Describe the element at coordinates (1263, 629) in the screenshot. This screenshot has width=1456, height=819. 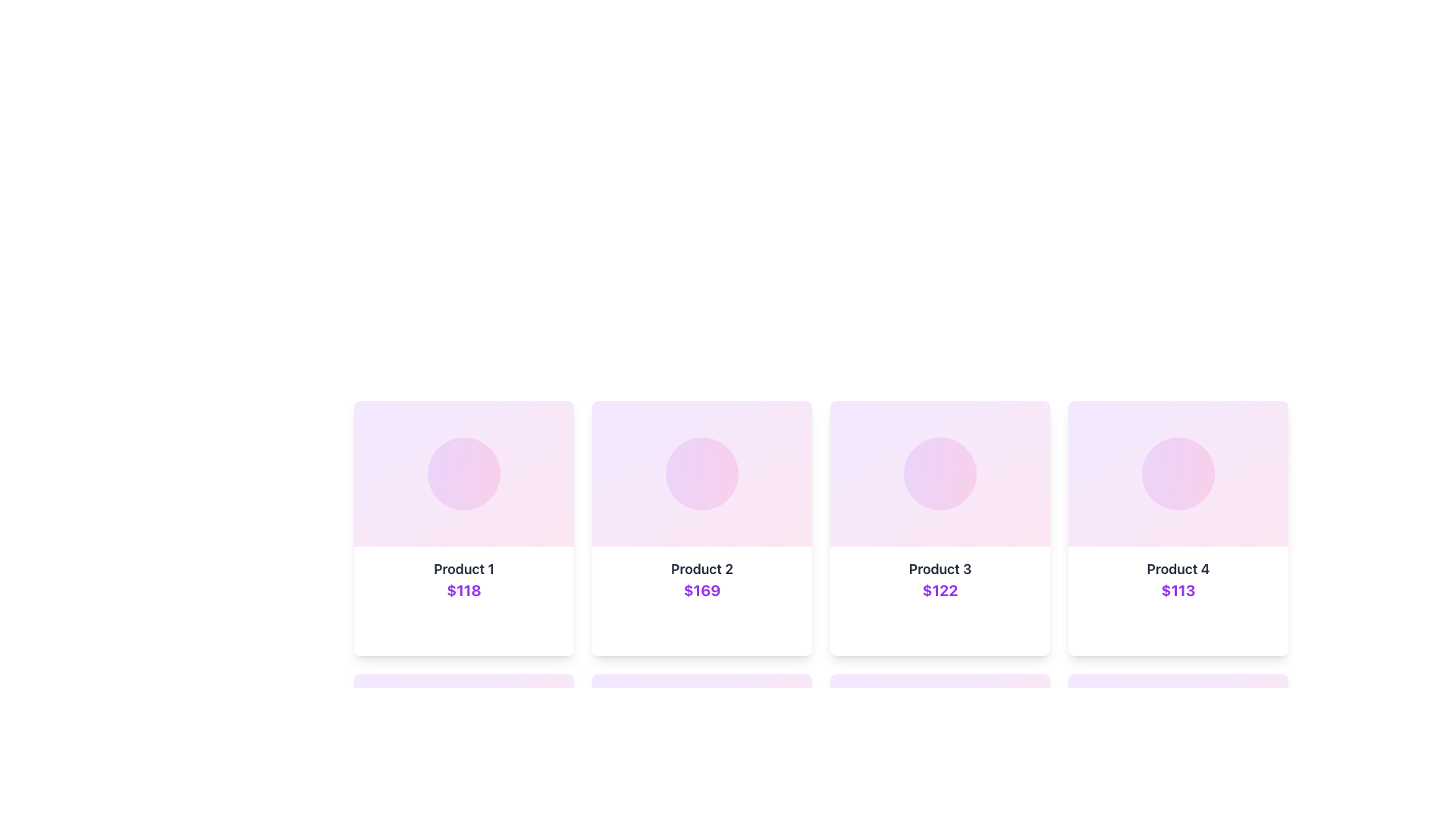
I see `the interactive button located in the bottom-right corner of the fourth product card, beneath the product price display, for visual feedback` at that location.